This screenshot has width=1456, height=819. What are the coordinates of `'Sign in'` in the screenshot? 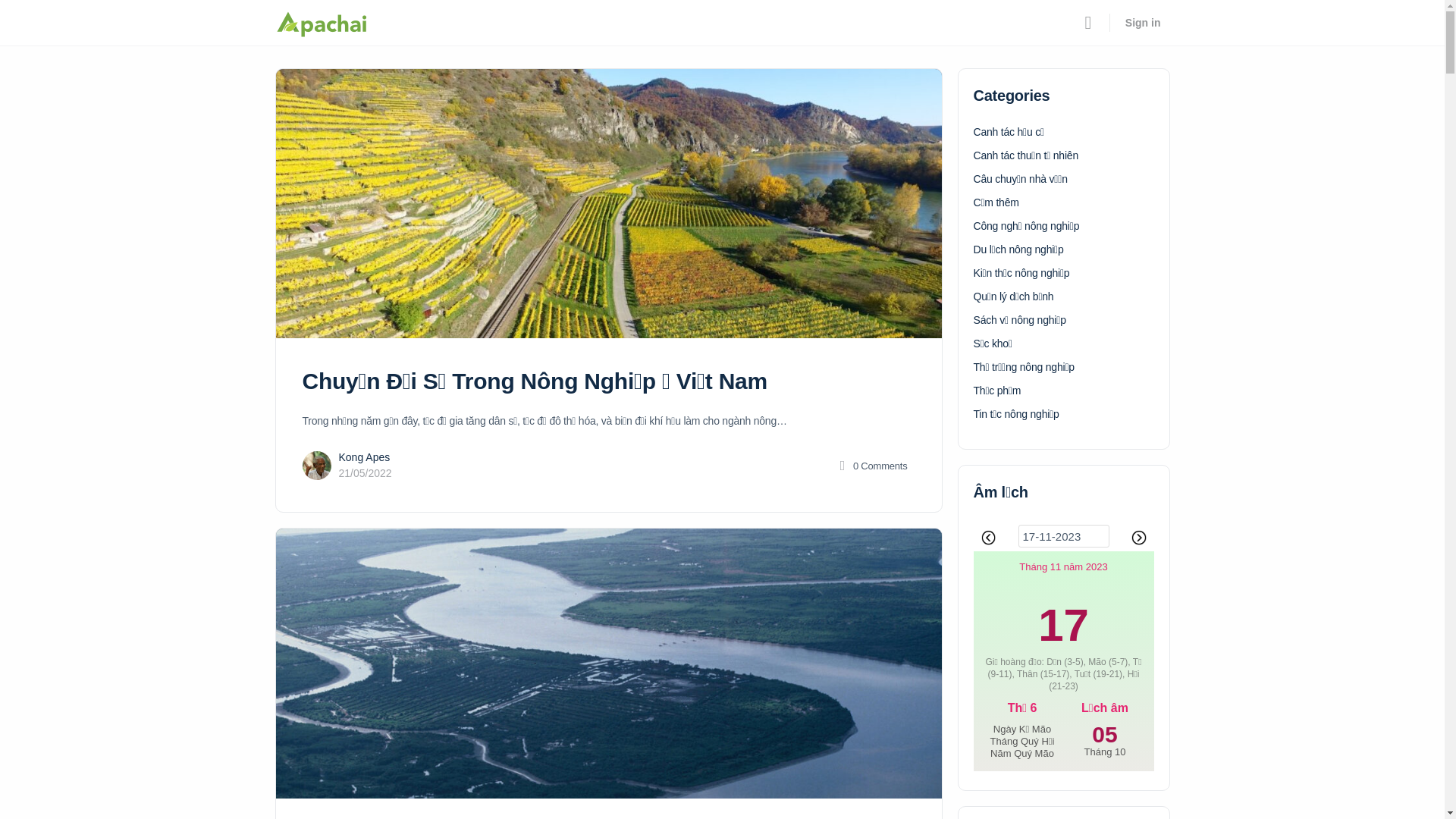 It's located at (1116, 23).